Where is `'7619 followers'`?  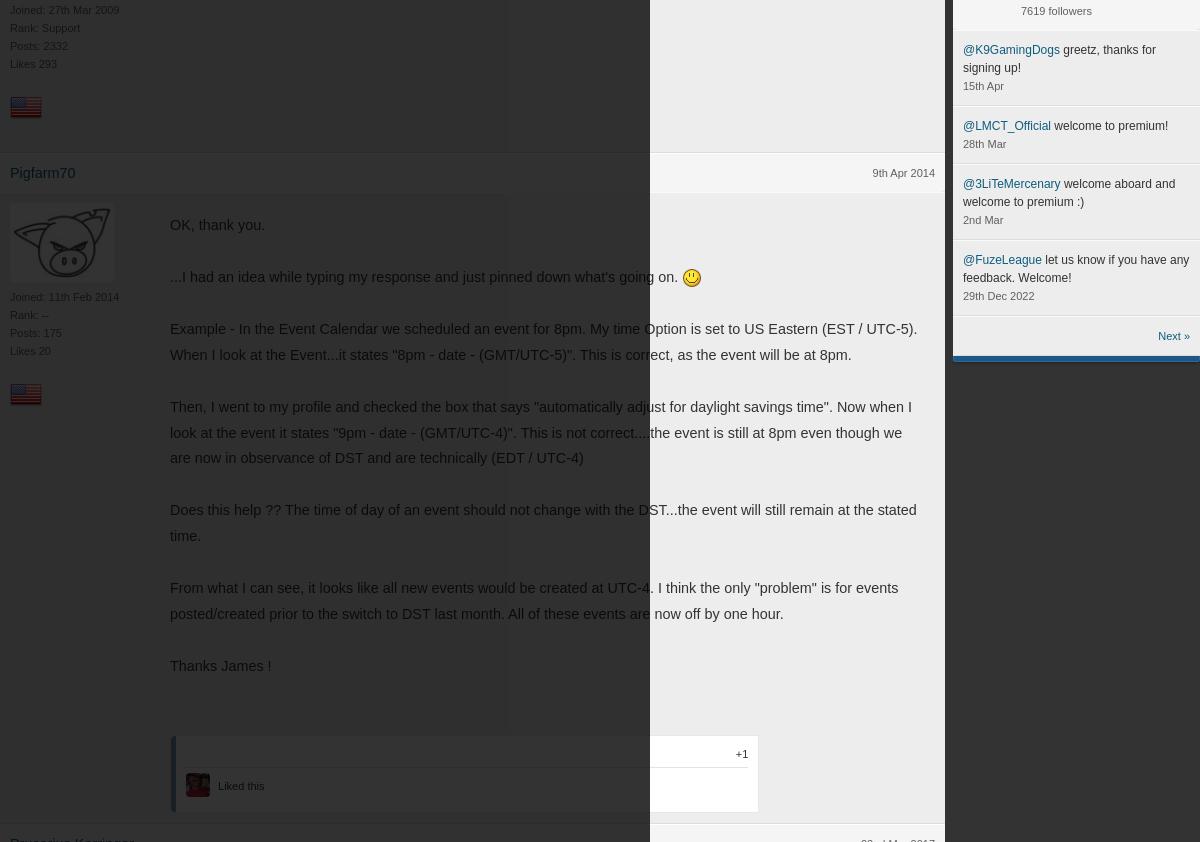
'7619 followers' is located at coordinates (1055, 10).